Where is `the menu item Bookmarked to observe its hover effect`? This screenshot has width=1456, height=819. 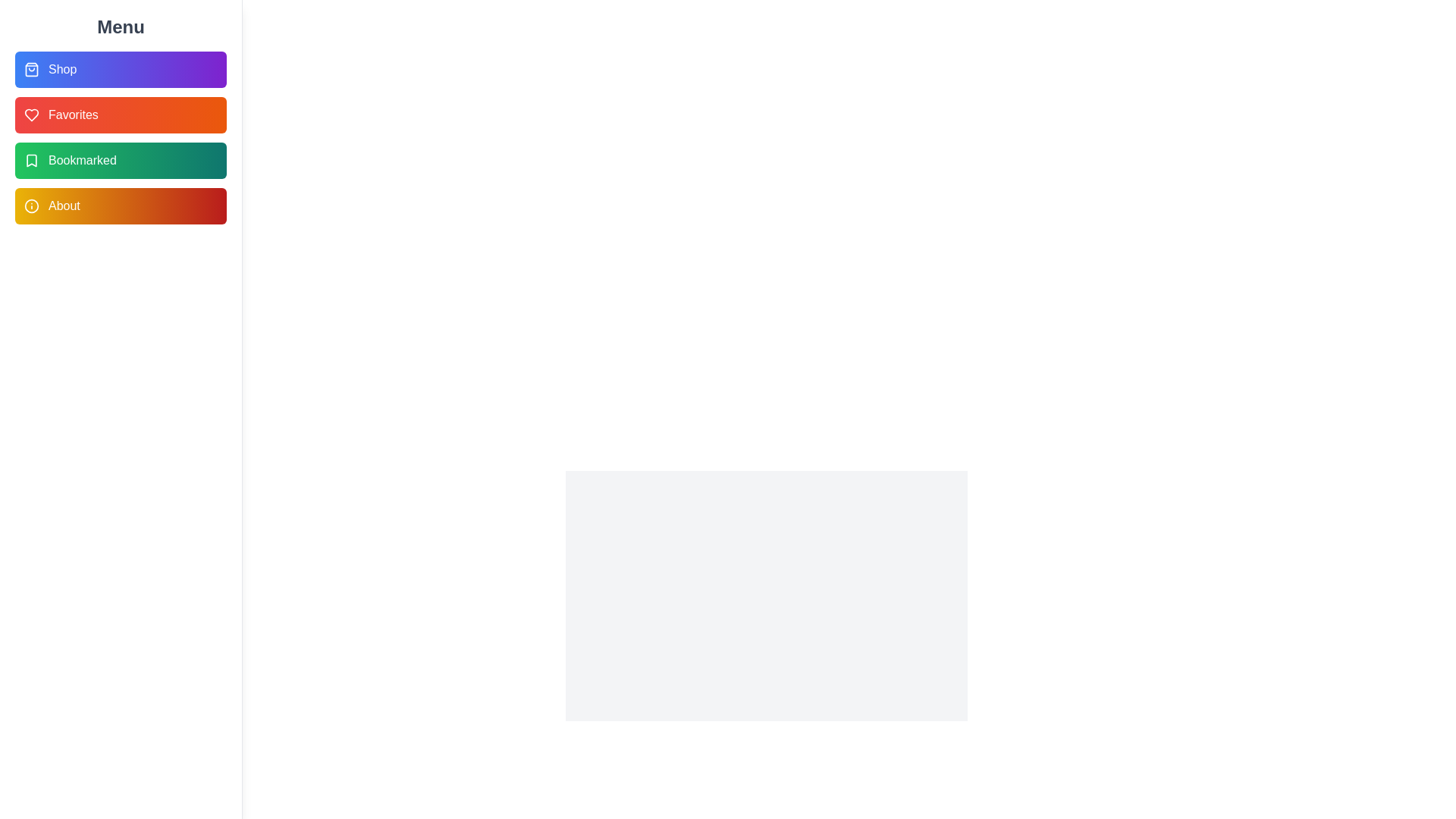 the menu item Bookmarked to observe its hover effect is located at coordinates (120, 161).